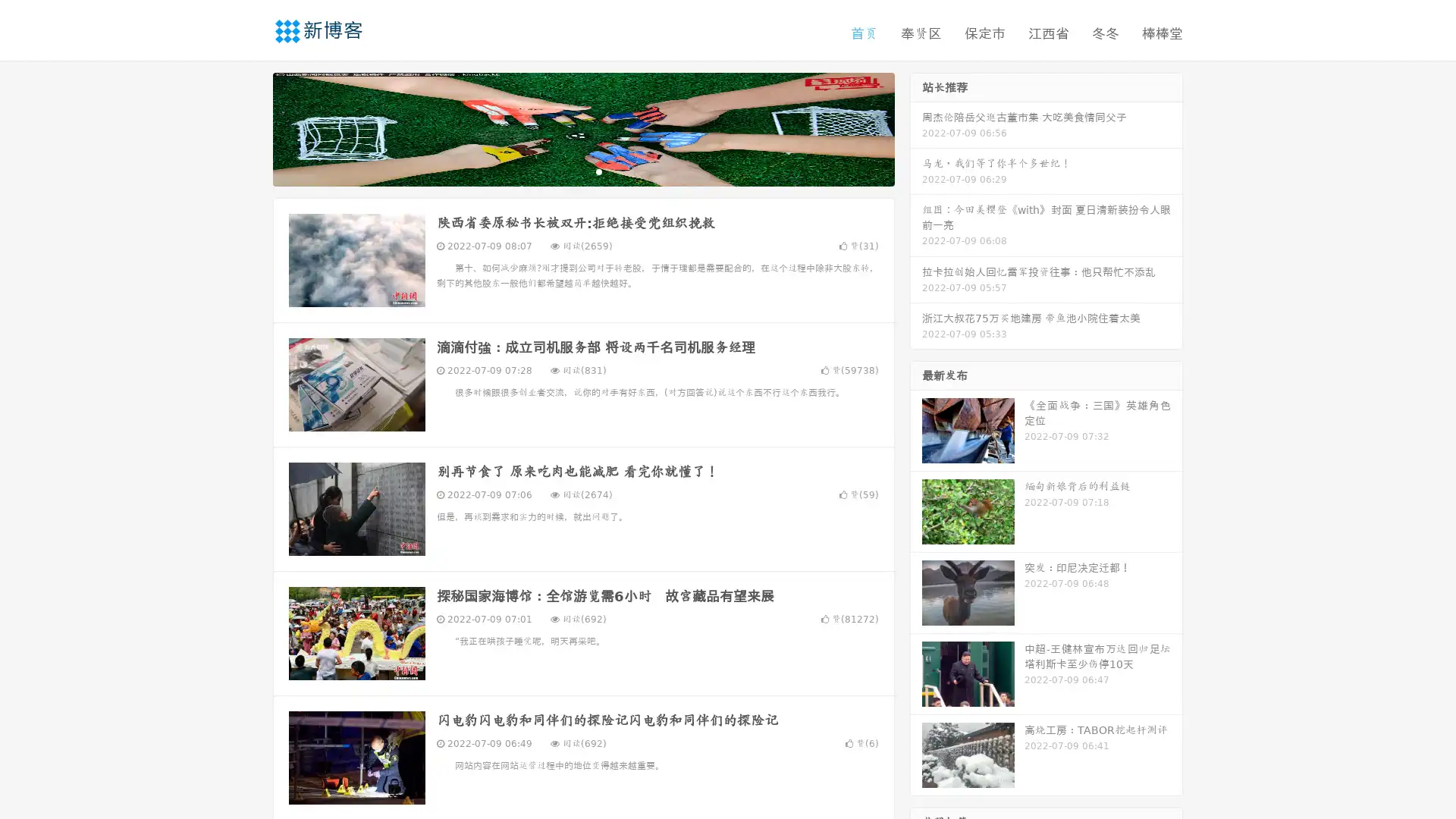  I want to click on Go to slide 1, so click(567, 171).